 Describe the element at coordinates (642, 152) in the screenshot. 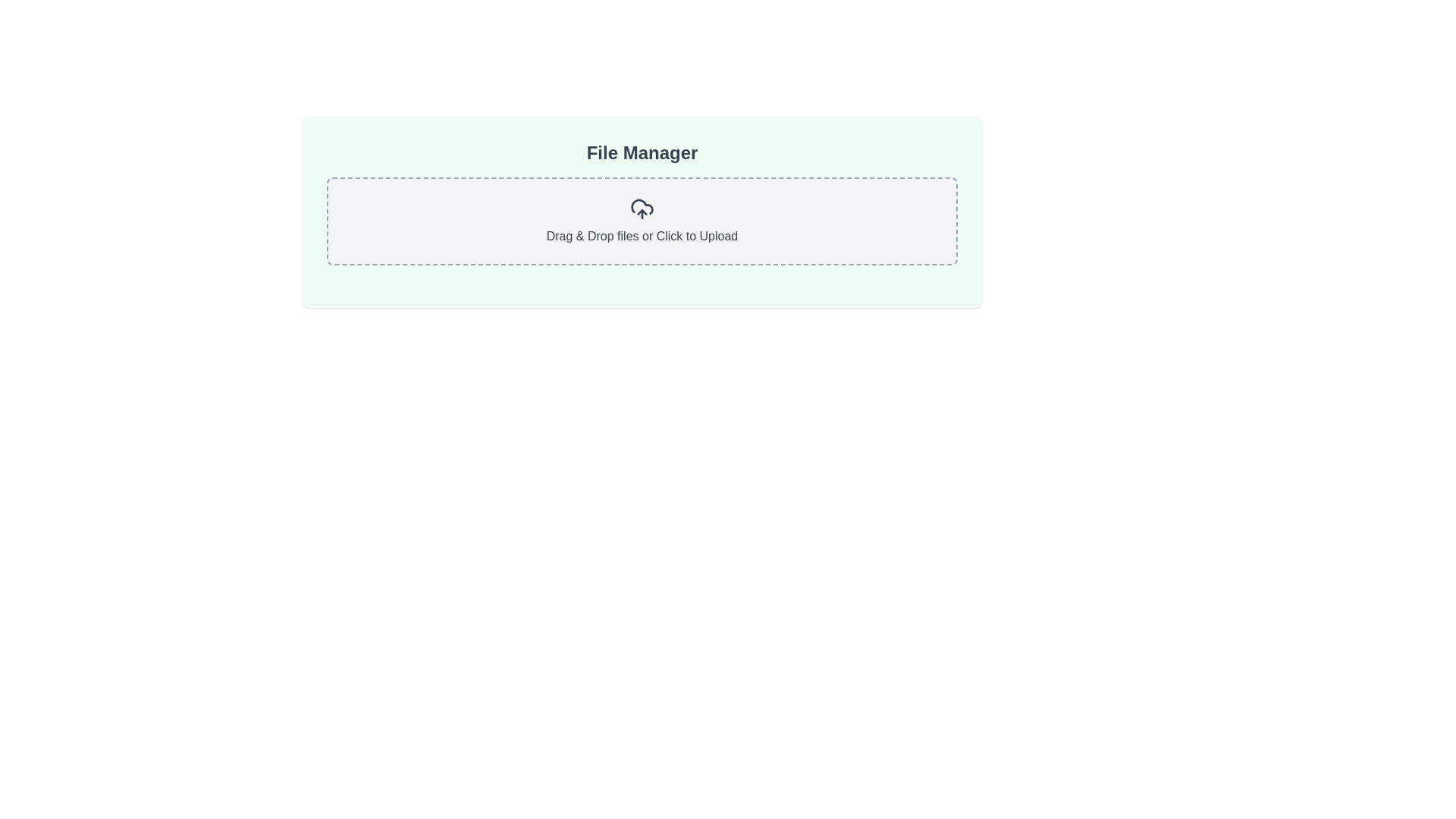

I see `the Text Label that serves as a header for the file management interface, located at the top-center of the interface, above the section for drag and drop or upload instructions` at that location.